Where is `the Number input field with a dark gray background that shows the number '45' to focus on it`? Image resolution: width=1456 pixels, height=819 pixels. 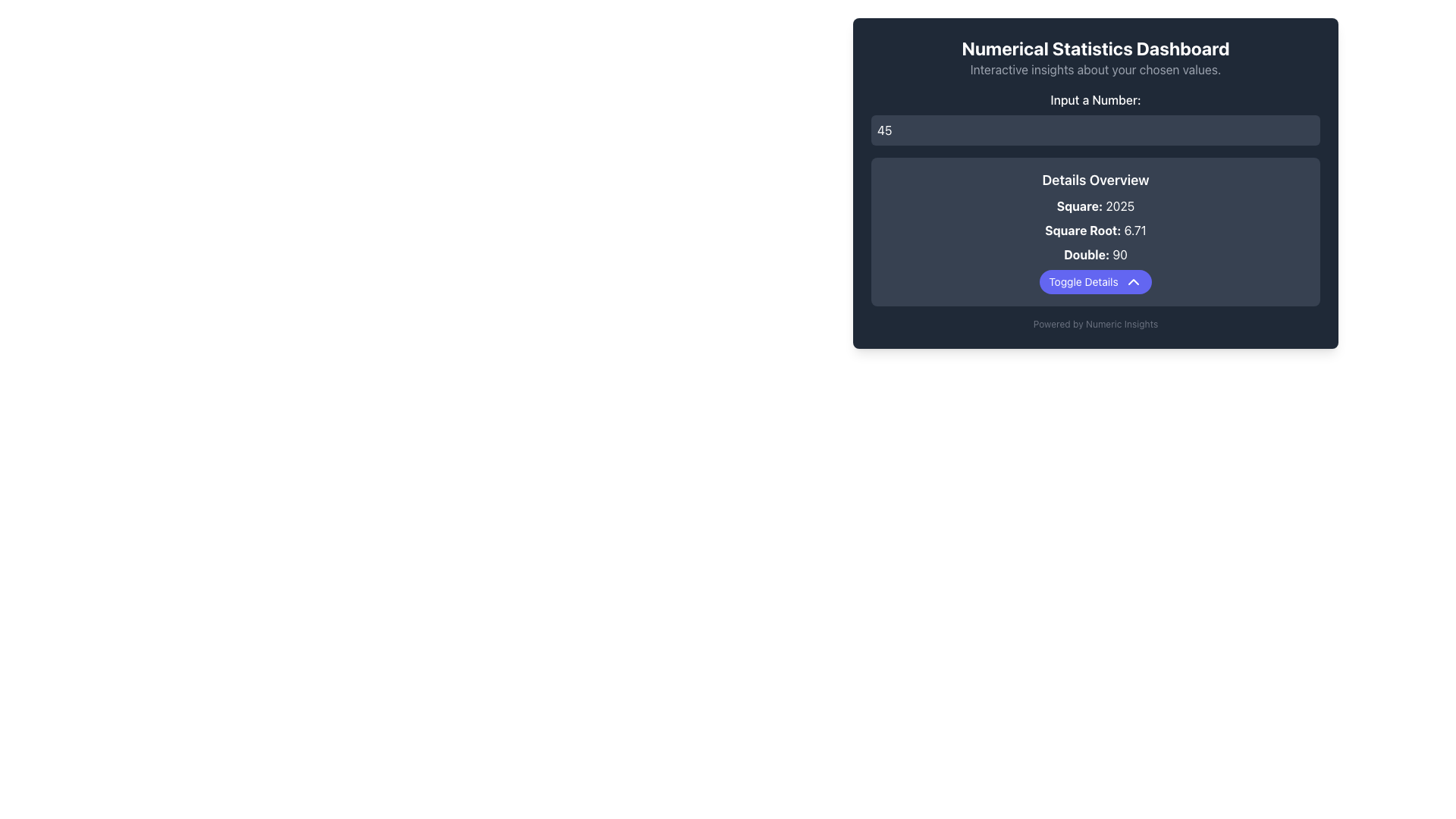
the Number input field with a dark gray background that shows the number '45' to focus on it is located at coordinates (1095, 130).